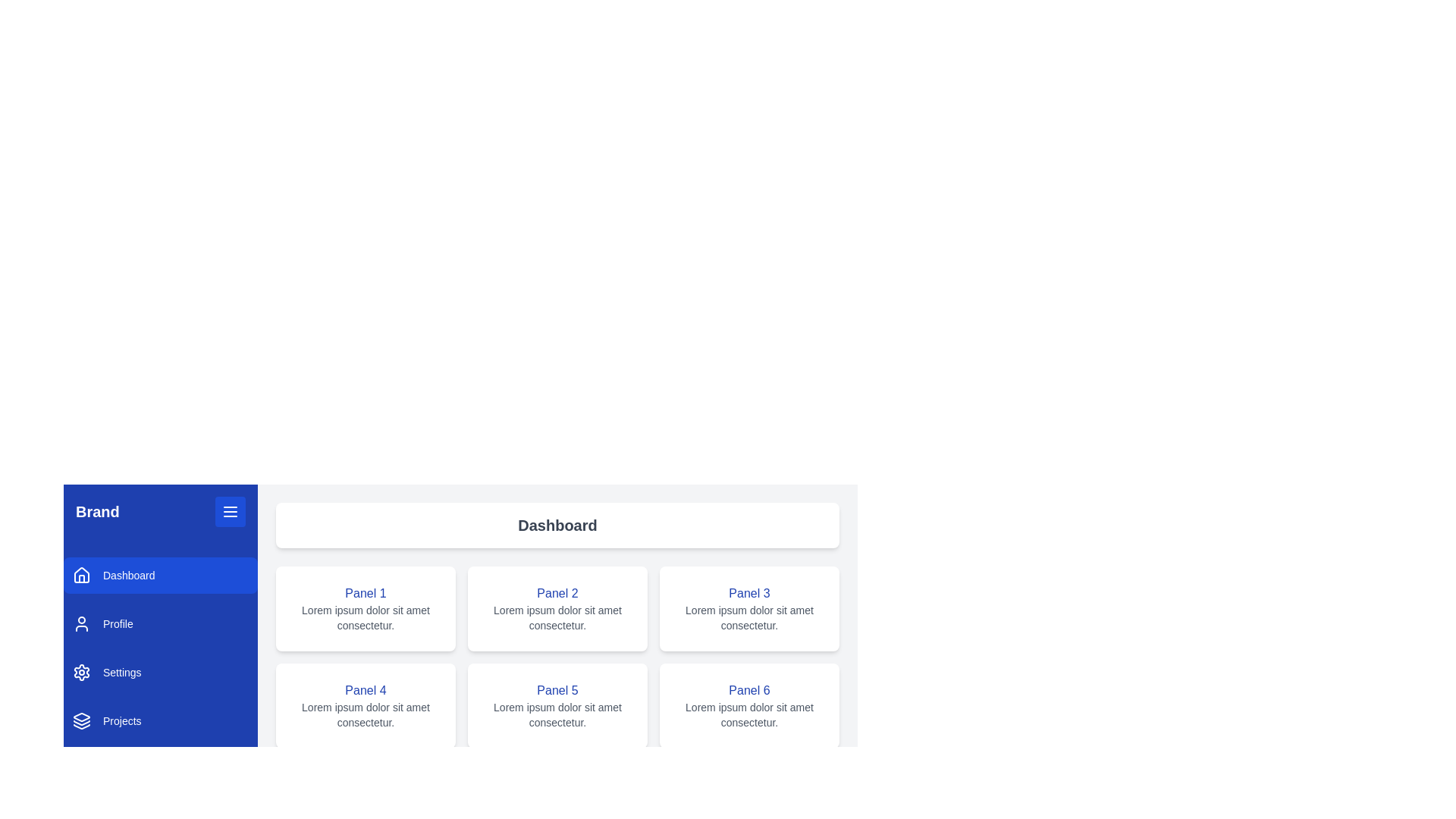 The image size is (1456, 819). Describe the element at coordinates (749, 617) in the screenshot. I see `the static text content reading 'Lorem ipsum dolor sit amet consectetur.' that is located within the card titled 'Panel 3'` at that location.